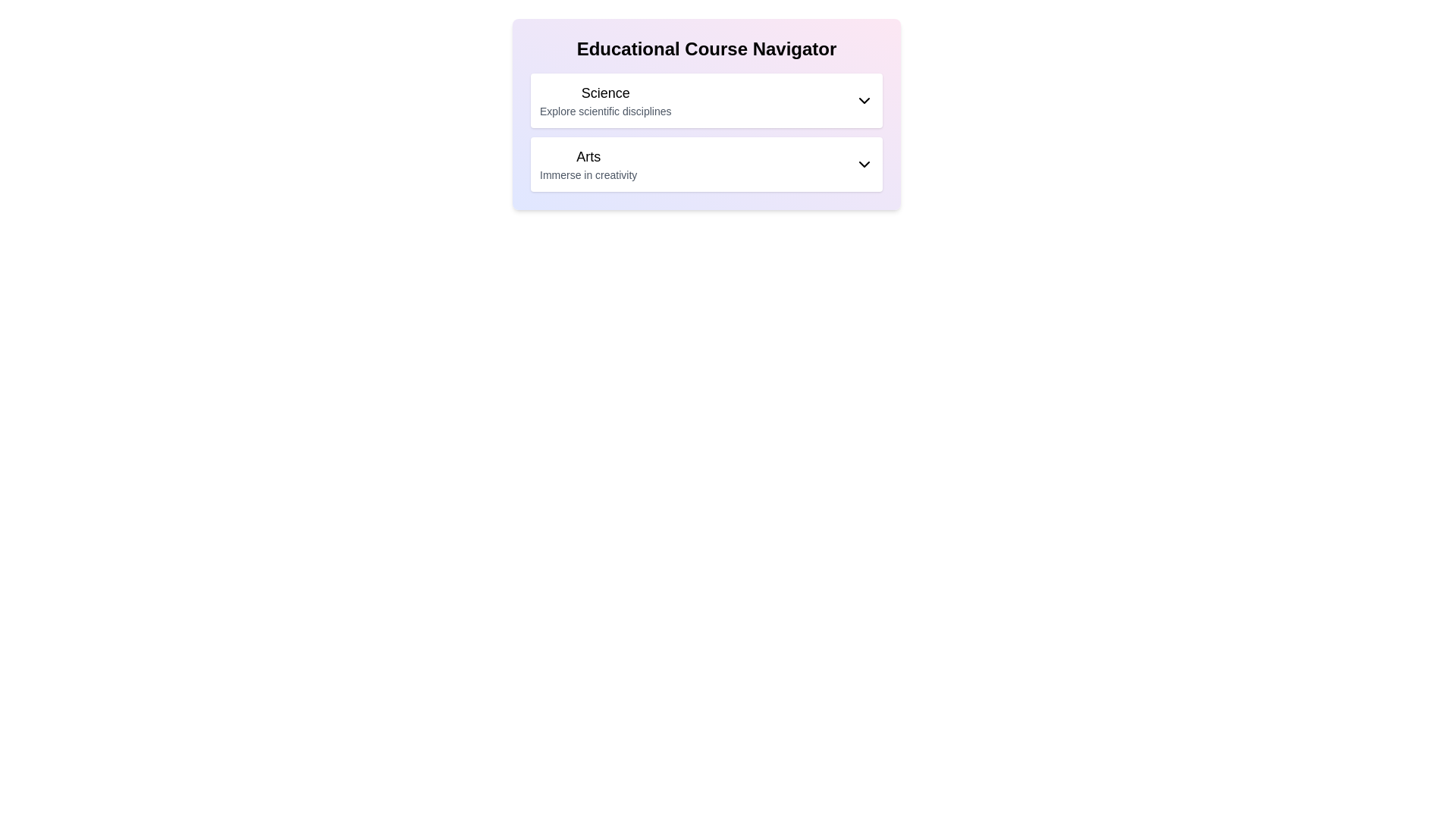 Image resolution: width=1456 pixels, height=819 pixels. Describe the element at coordinates (705, 164) in the screenshot. I see `the 'Arts' option in the dropdown menu located under the 'Educational Course Navigator' section` at that location.